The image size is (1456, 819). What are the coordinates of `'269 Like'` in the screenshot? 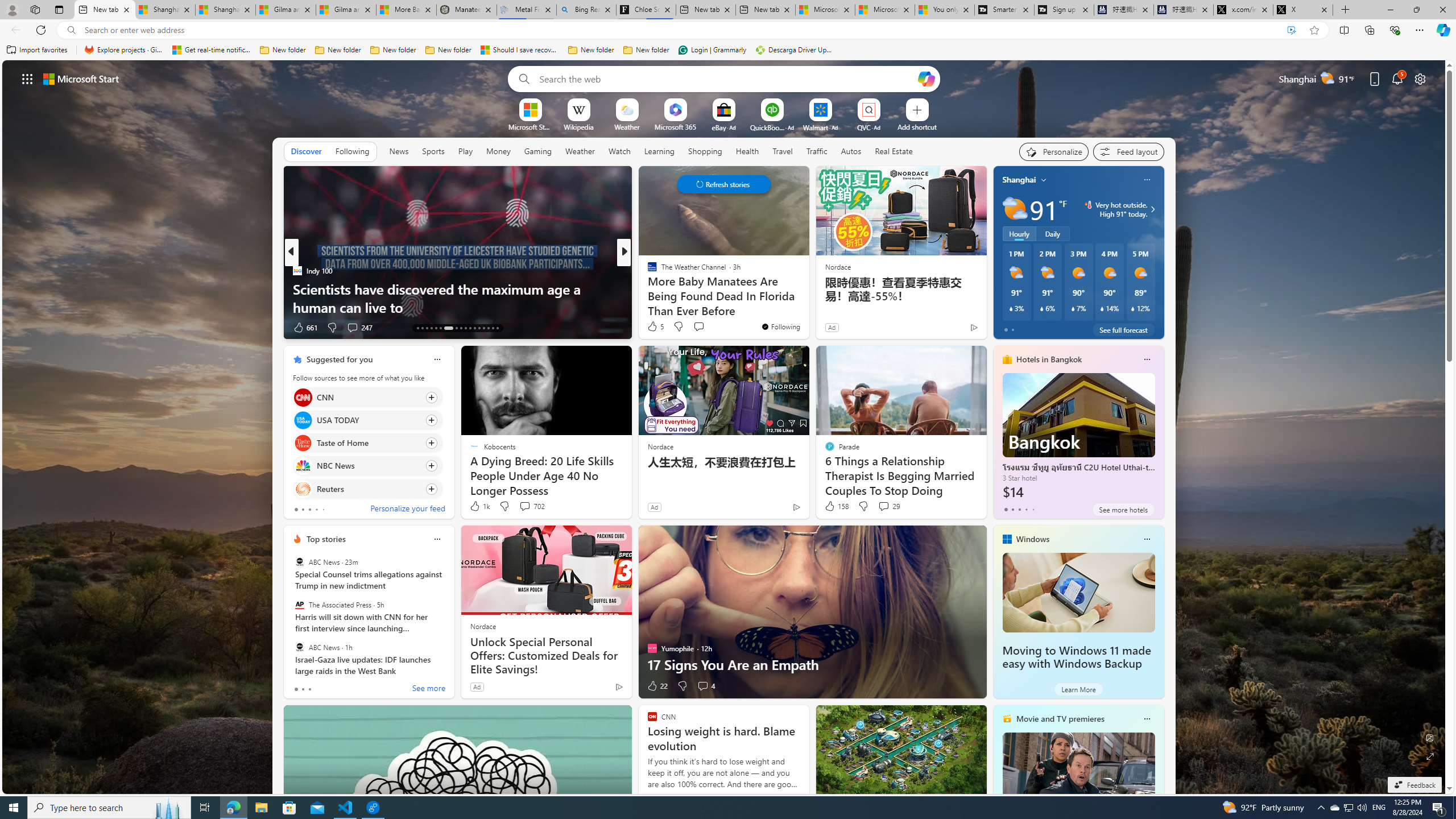 It's located at (655, 327).